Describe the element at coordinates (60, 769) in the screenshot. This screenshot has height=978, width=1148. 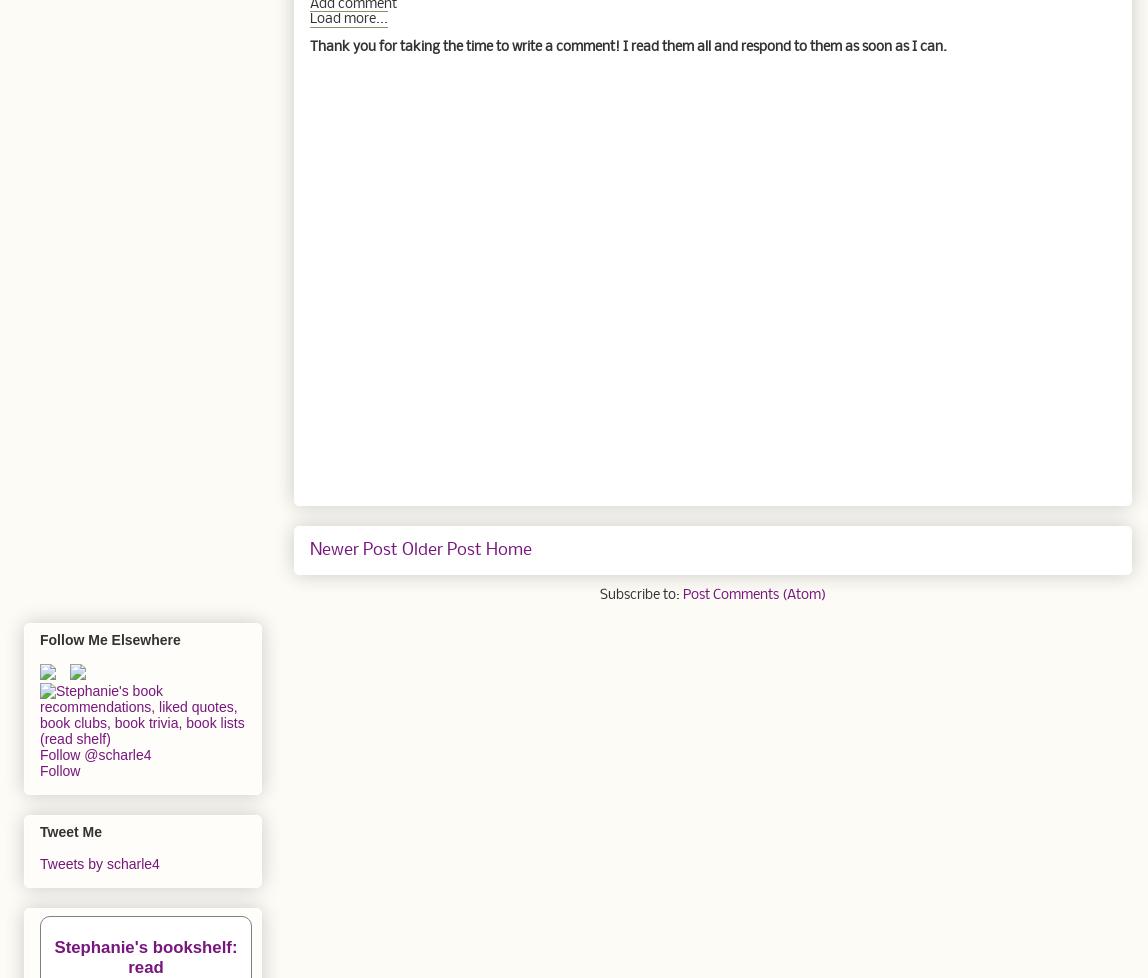
I see `'Follow'` at that location.